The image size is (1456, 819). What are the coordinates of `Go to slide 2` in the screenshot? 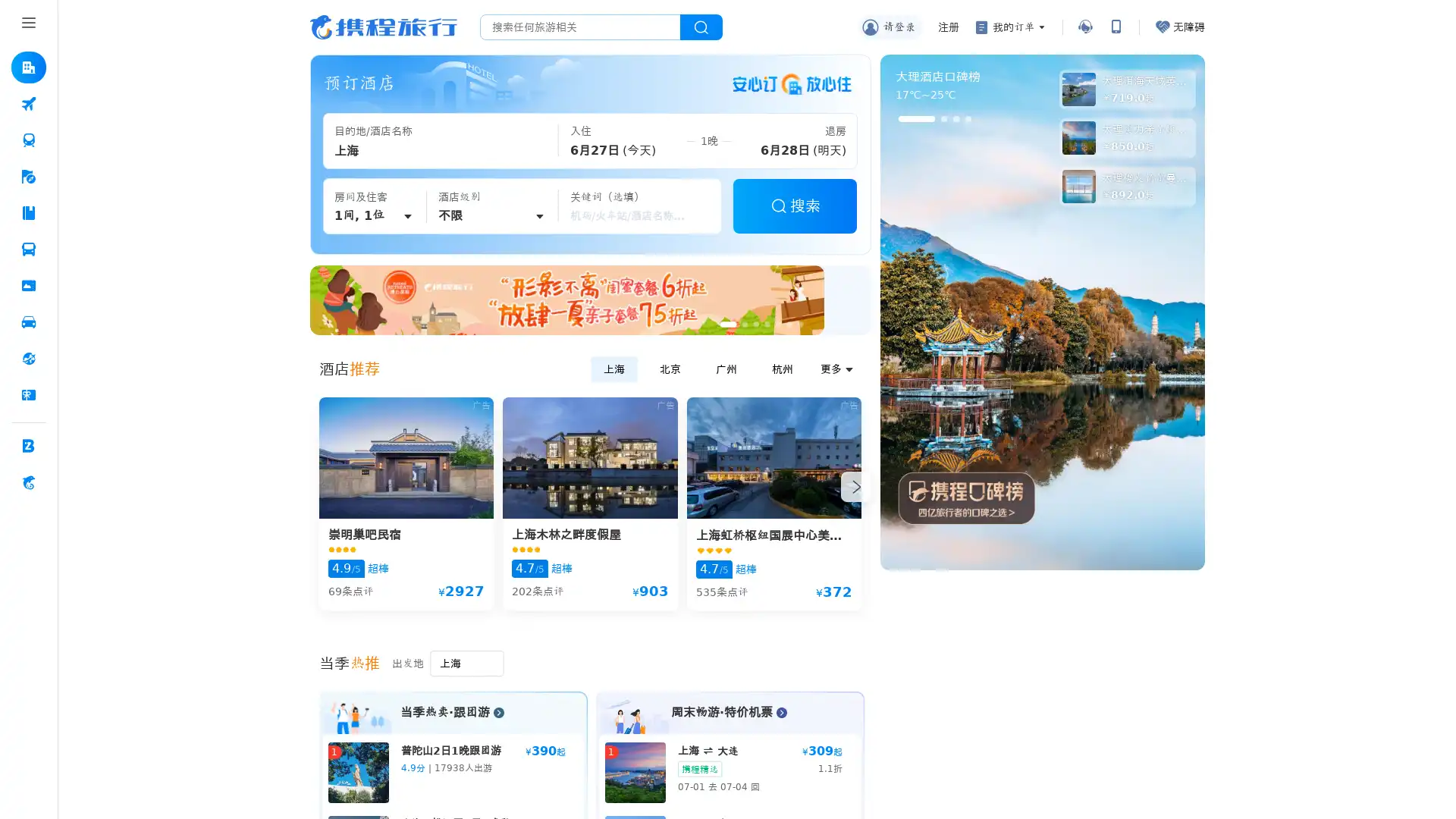 It's located at (942, 118).